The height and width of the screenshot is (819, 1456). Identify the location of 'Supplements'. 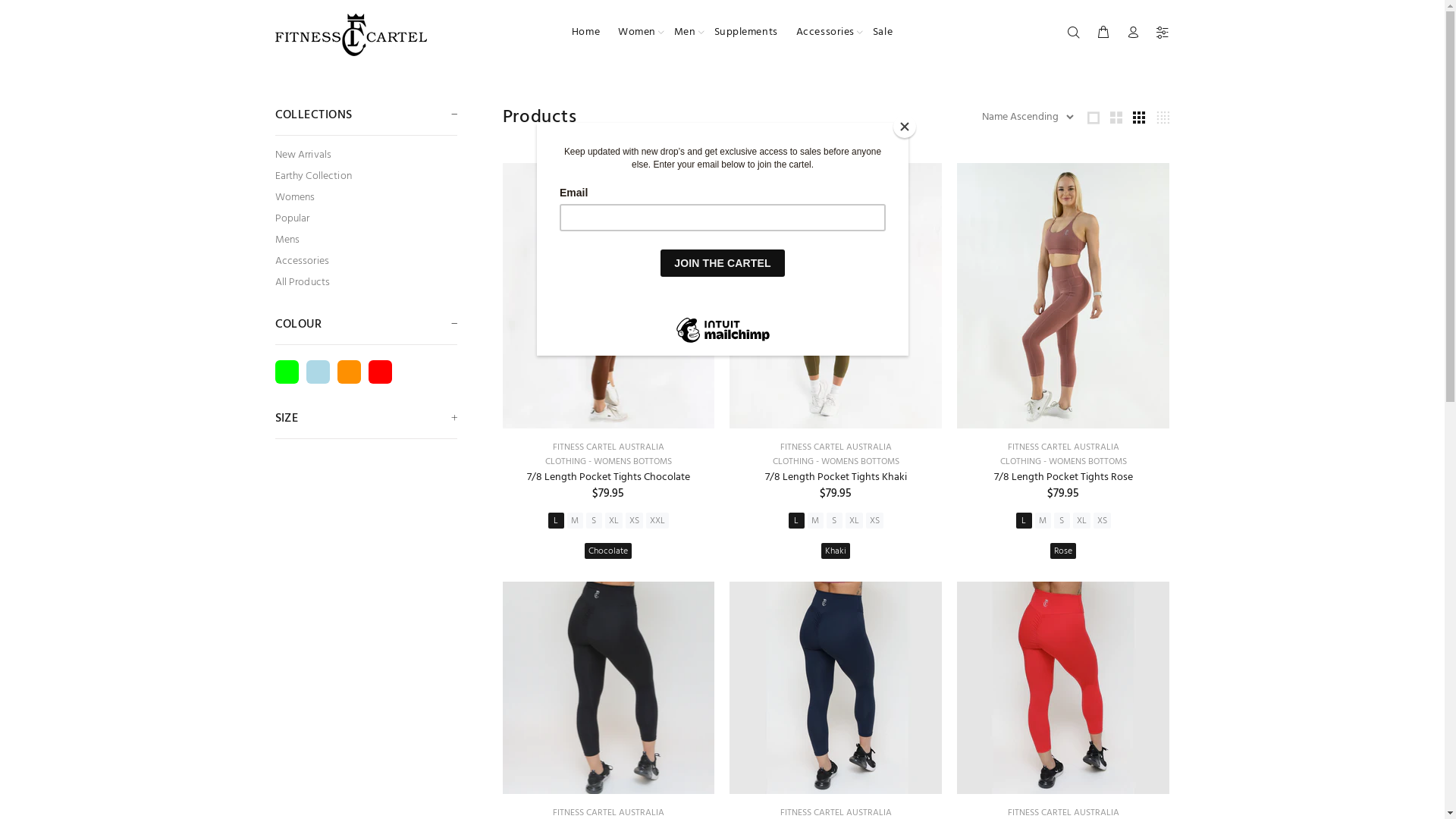
(704, 32).